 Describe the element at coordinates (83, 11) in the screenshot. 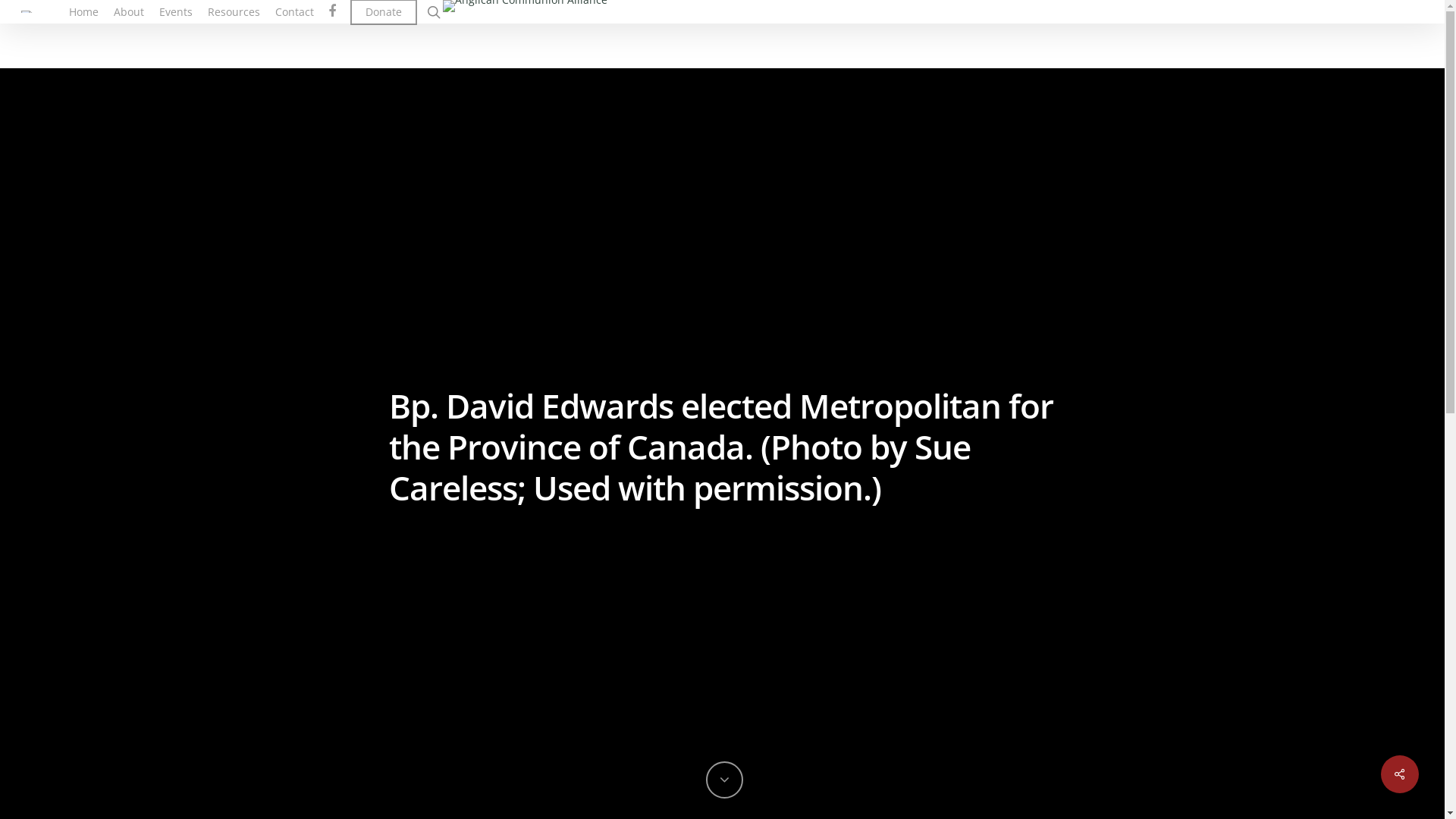

I see `'Home'` at that location.